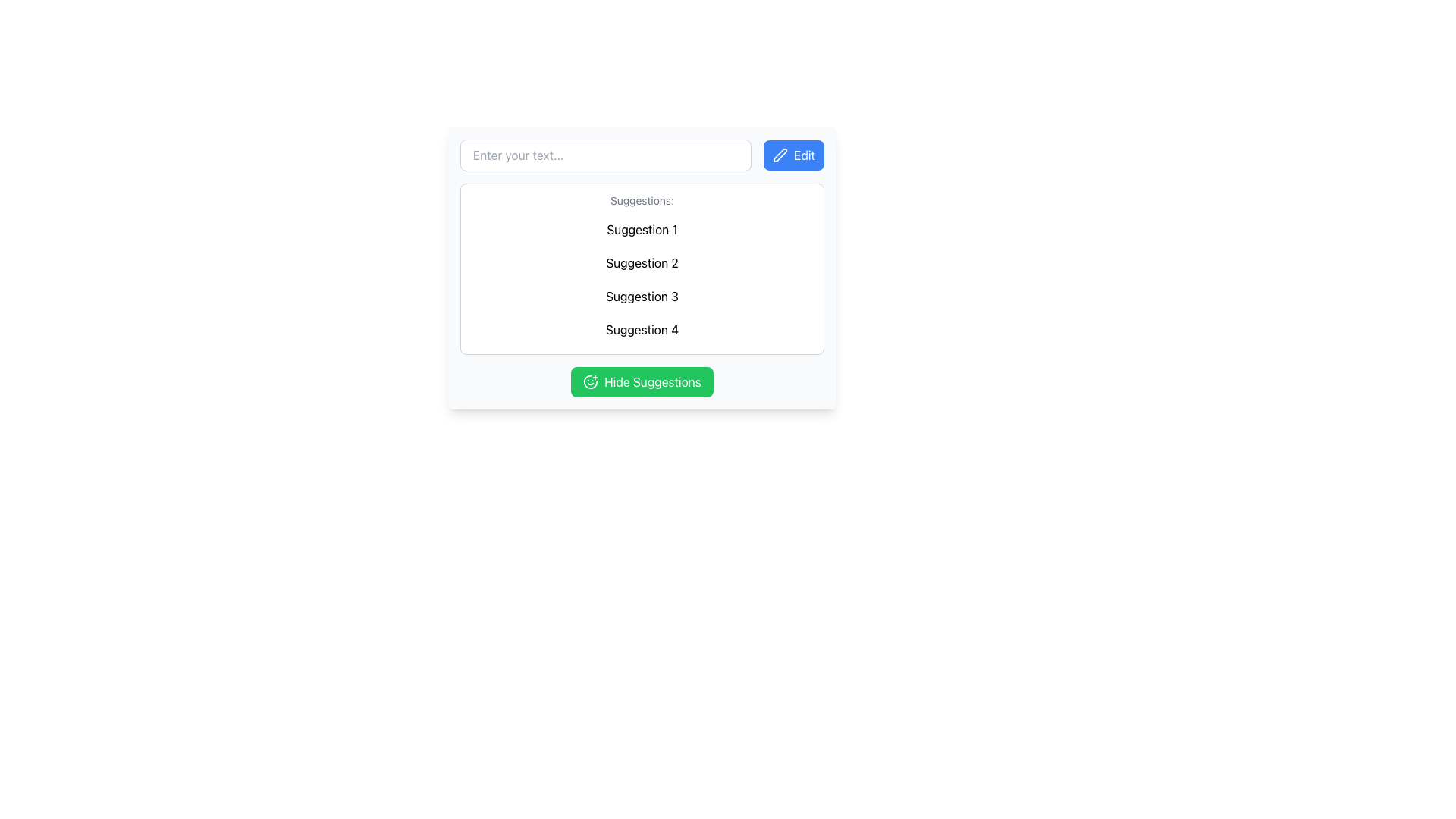 The width and height of the screenshot is (1456, 819). Describe the element at coordinates (642, 329) in the screenshot. I see `the fourth suggestion text element in the vertically-stacked list` at that location.